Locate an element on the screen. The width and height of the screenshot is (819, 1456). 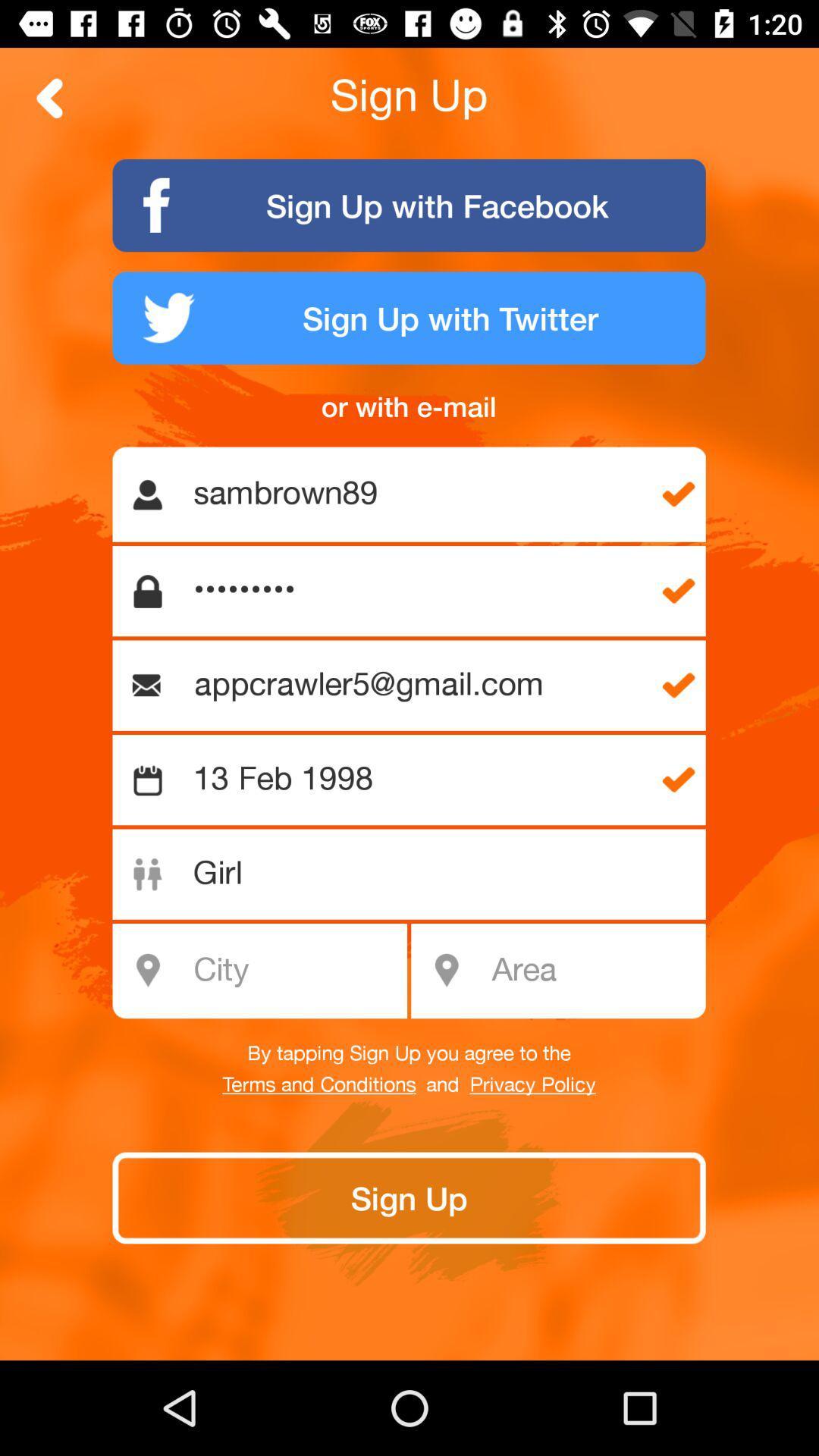
icon to the left of the and icon is located at coordinates (318, 1084).